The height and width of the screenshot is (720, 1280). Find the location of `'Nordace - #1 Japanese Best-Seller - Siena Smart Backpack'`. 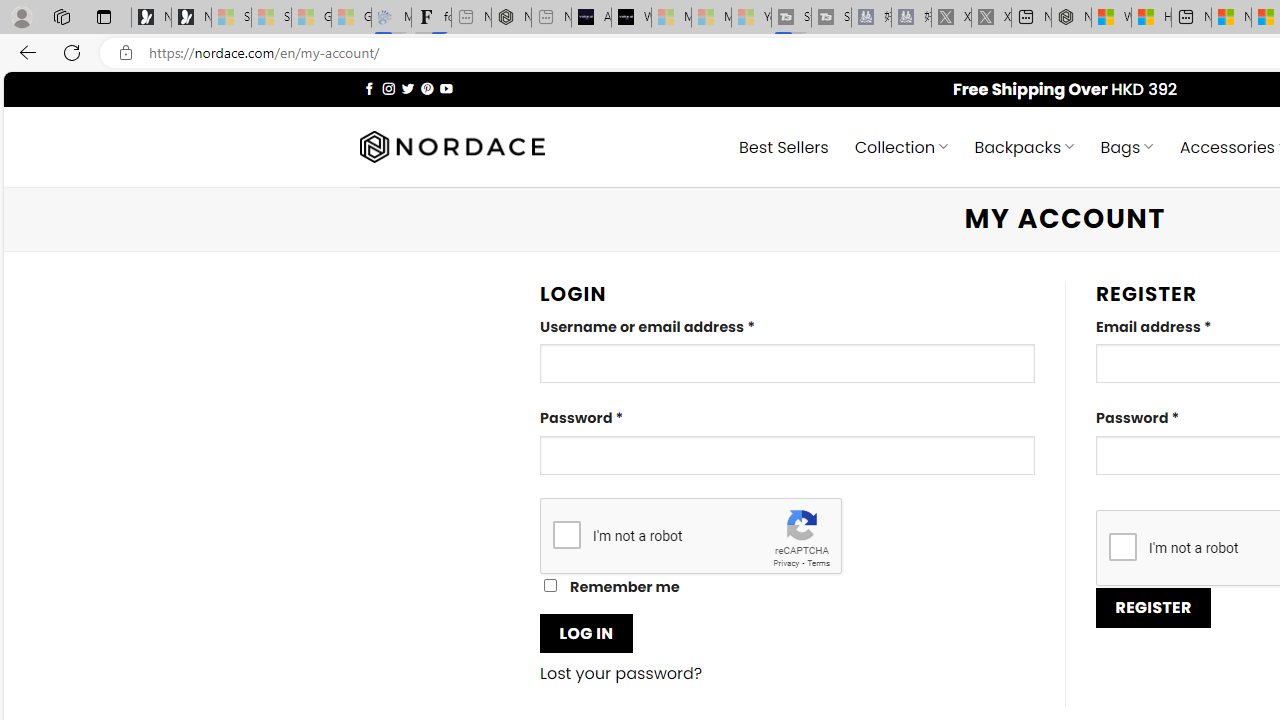

'Nordace - #1 Japanese Best-Seller - Siena Smart Backpack' is located at coordinates (511, 17).